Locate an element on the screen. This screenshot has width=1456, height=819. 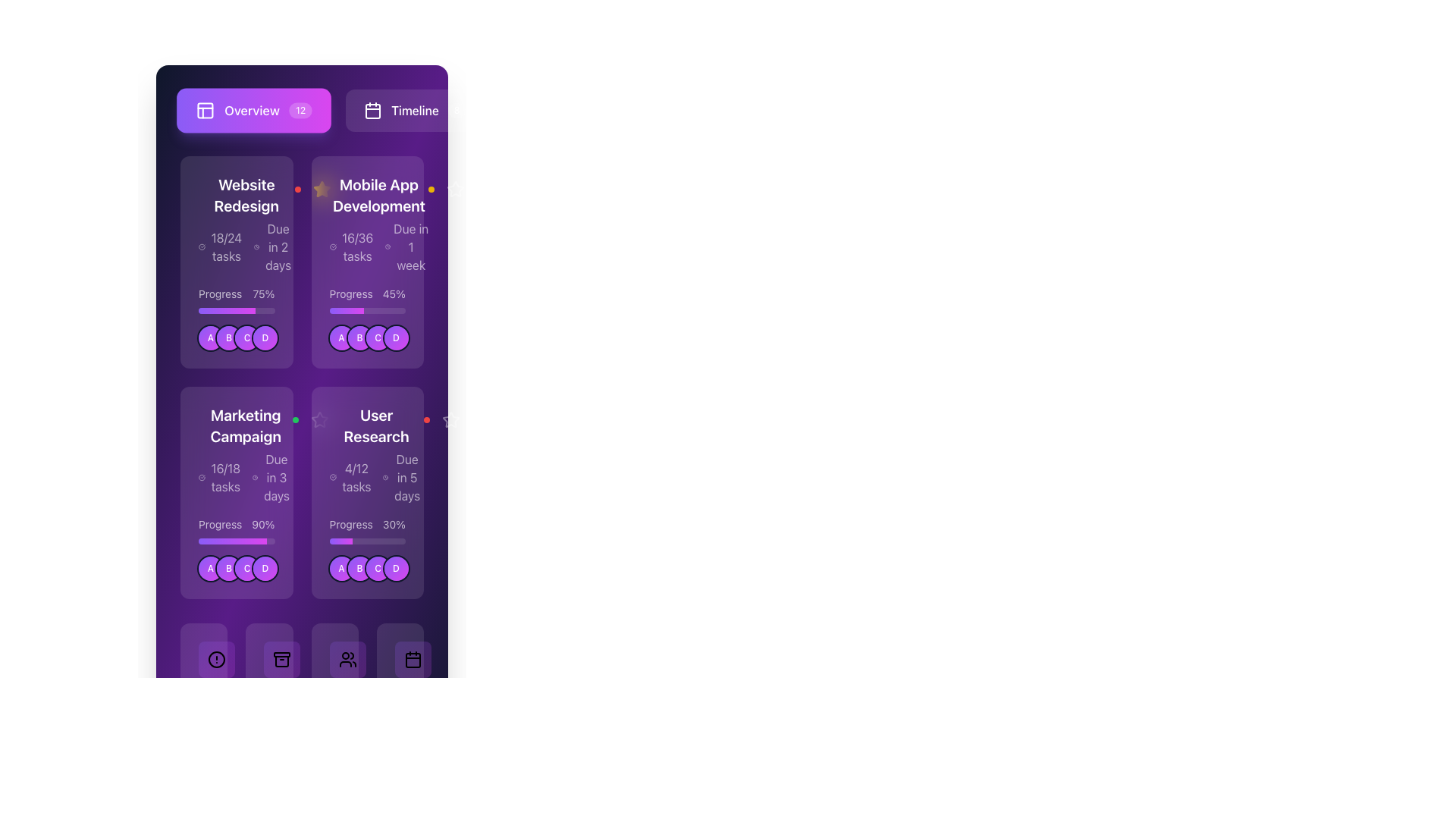
the progress bar located within the 'Marketing Campaign' card, which indicates 90% completion and is positioned above the user avatars is located at coordinates (232, 540).